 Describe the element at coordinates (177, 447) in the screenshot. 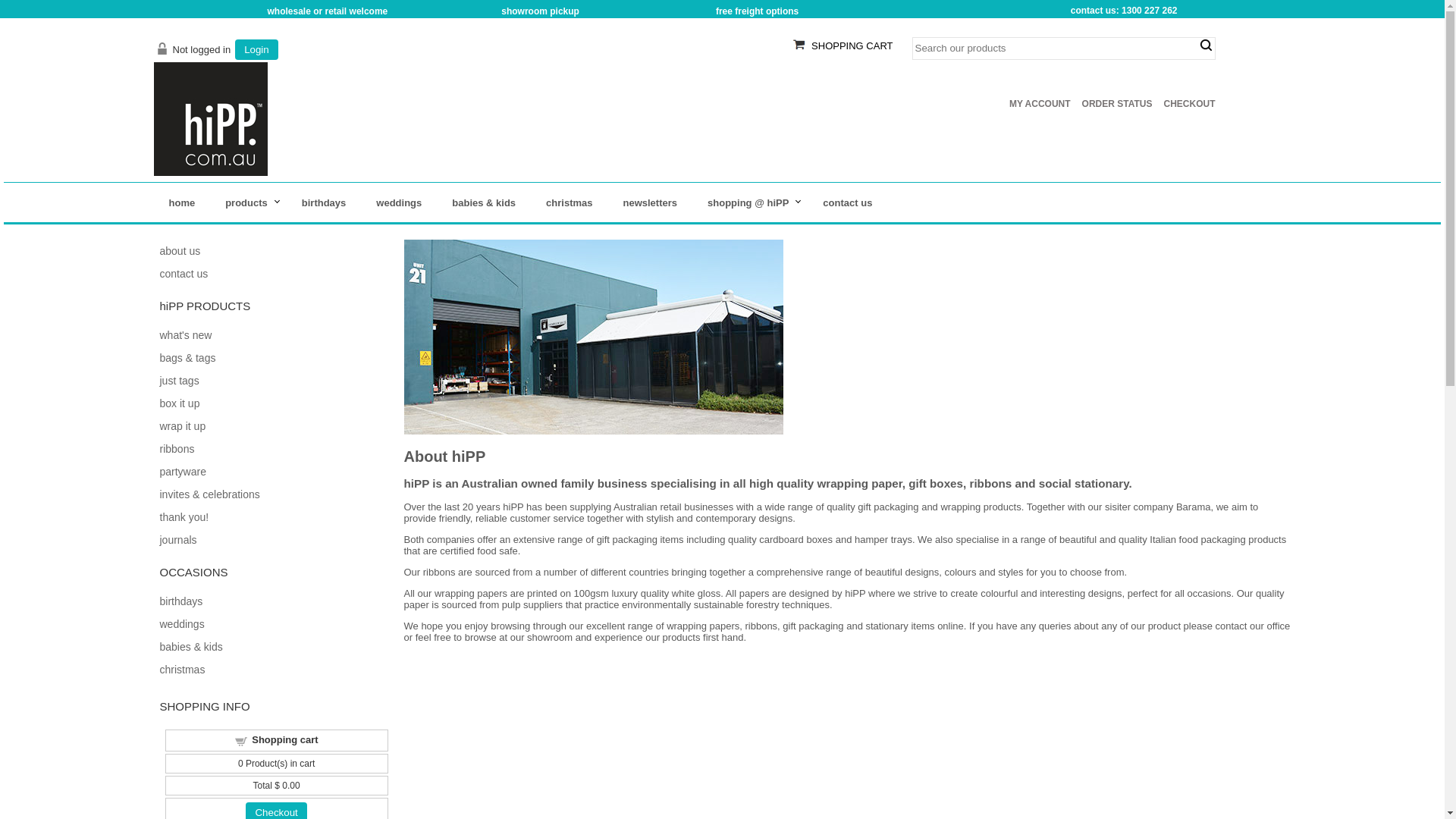

I see `'ribbons'` at that location.